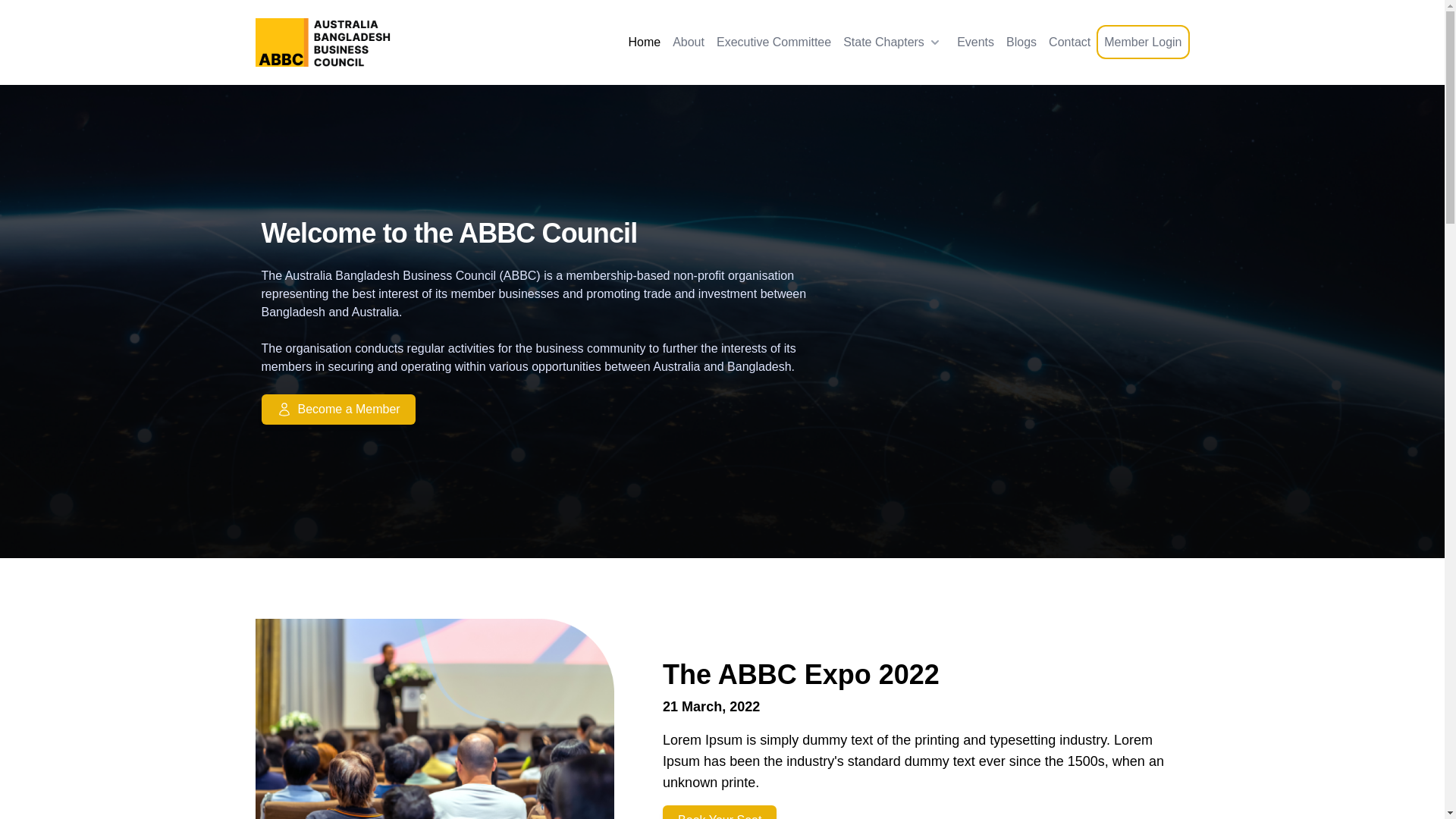 This screenshot has height=819, width=1456. I want to click on 'Member Login', so click(1143, 41).